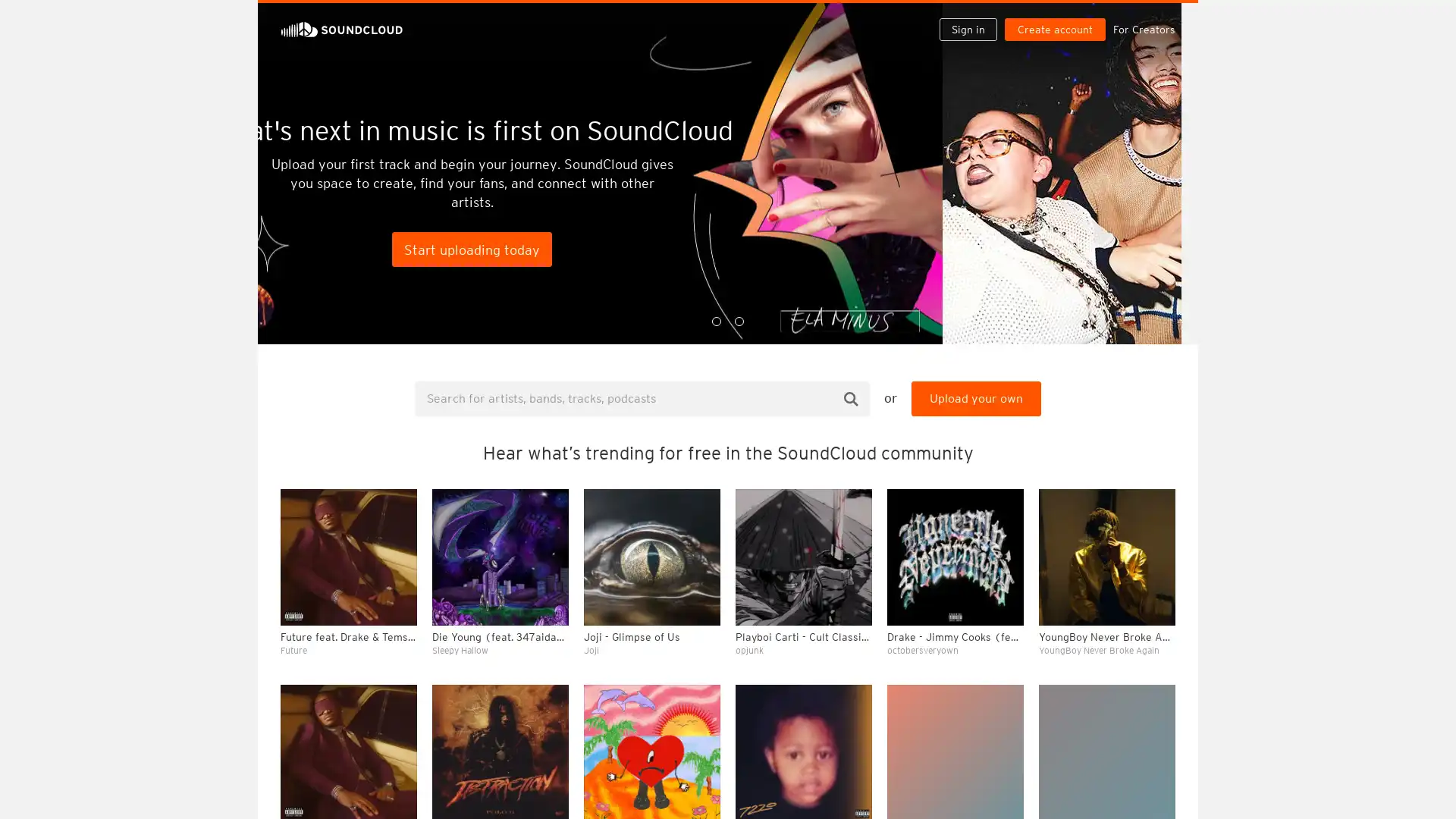  Describe the element at coordinates (1165, 414) in the screenshot. I see `Hide queue` at that location.